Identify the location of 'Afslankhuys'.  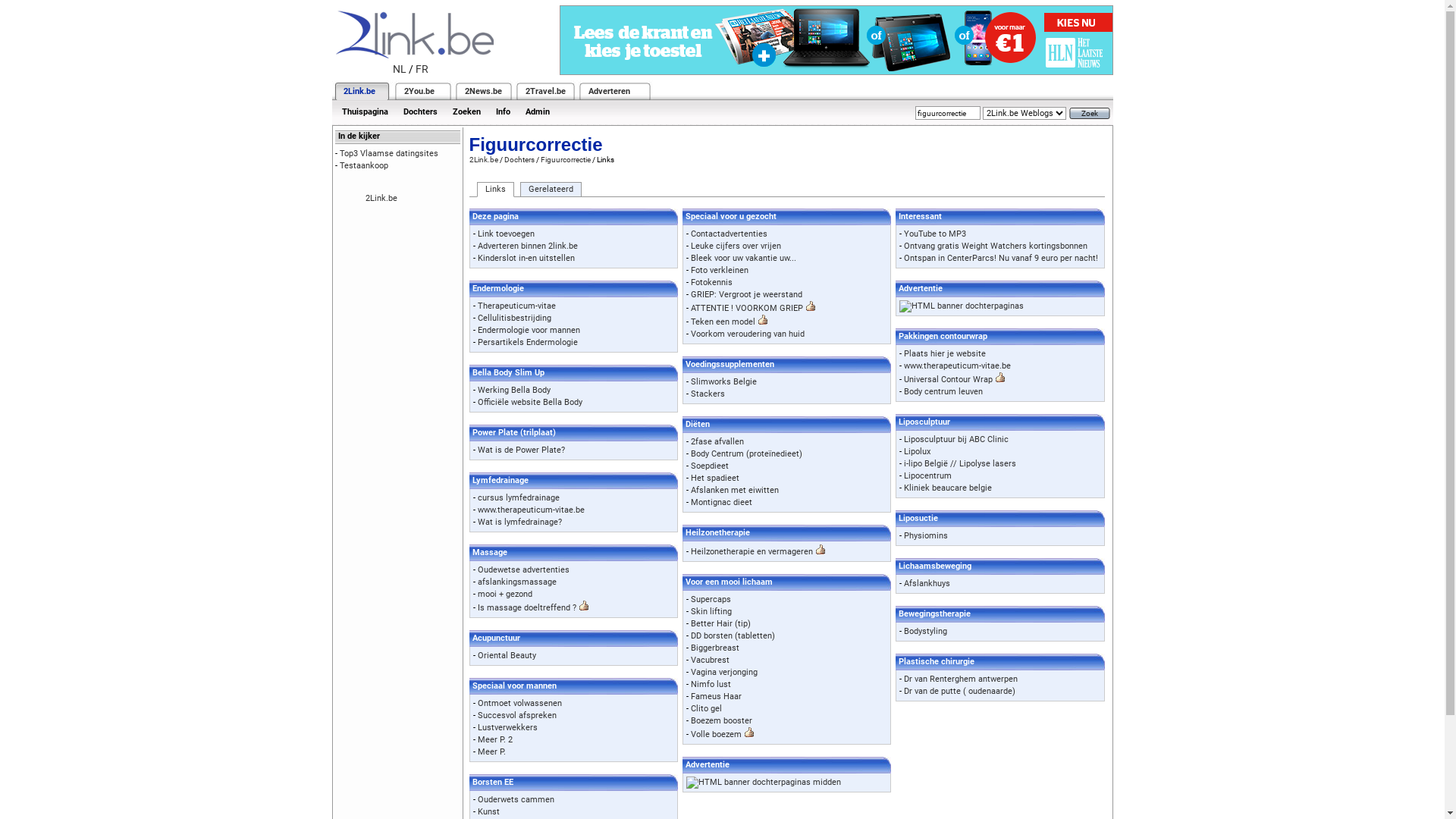
(926, 582).